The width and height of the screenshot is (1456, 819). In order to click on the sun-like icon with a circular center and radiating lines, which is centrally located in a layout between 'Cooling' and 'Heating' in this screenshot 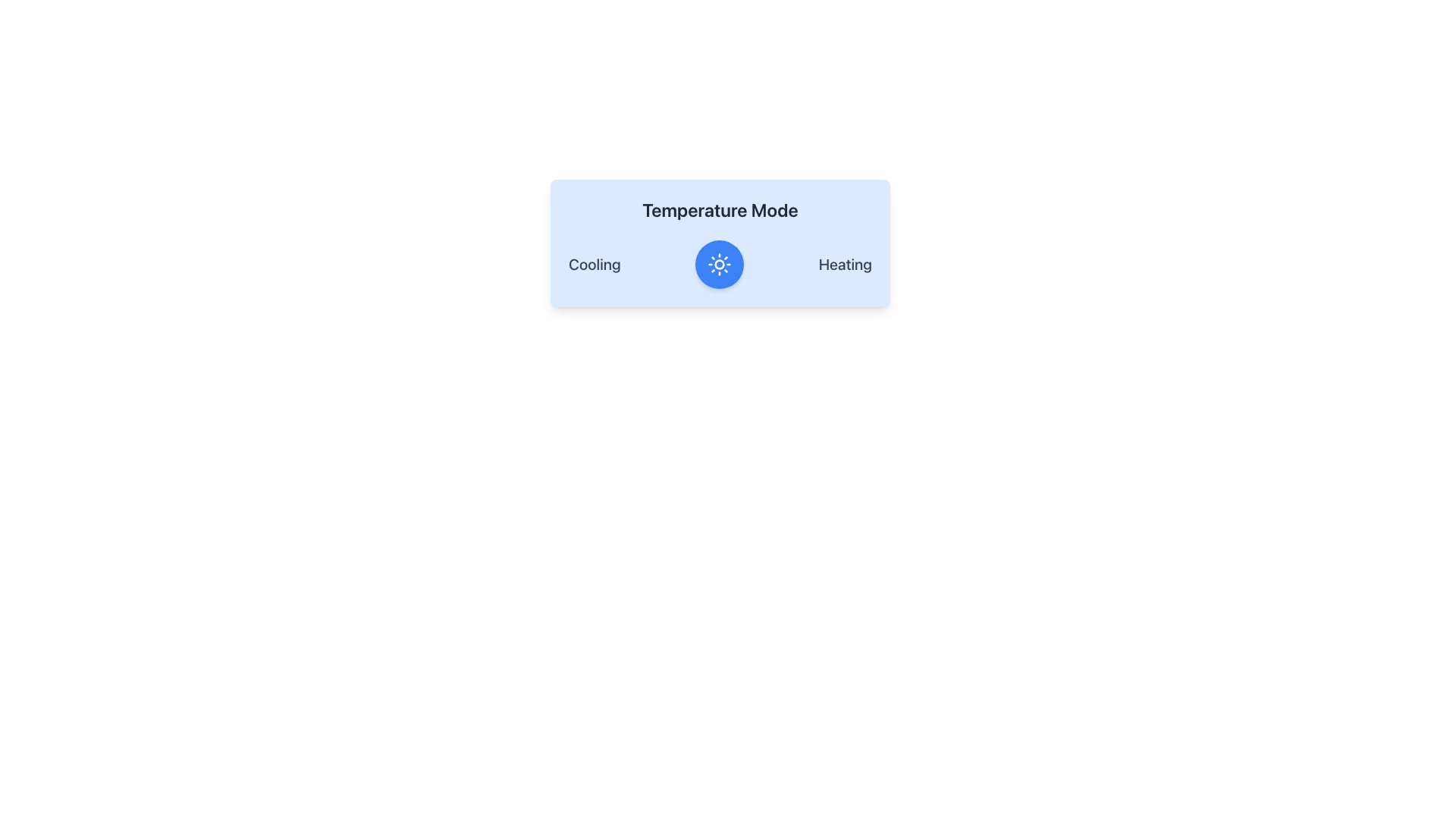, I will do `click(719, 263)`.